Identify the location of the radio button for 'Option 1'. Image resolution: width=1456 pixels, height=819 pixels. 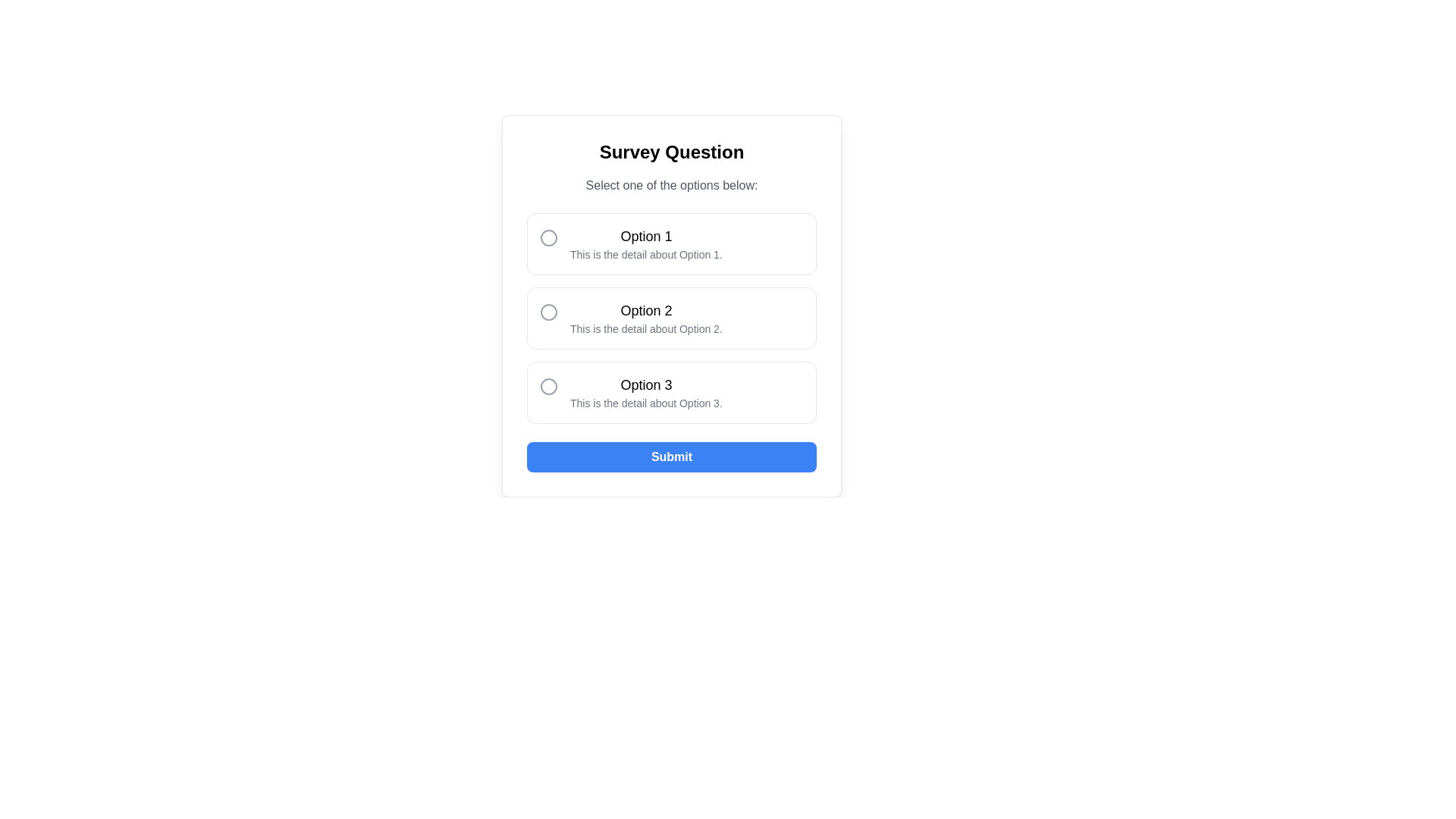
(548, 237).